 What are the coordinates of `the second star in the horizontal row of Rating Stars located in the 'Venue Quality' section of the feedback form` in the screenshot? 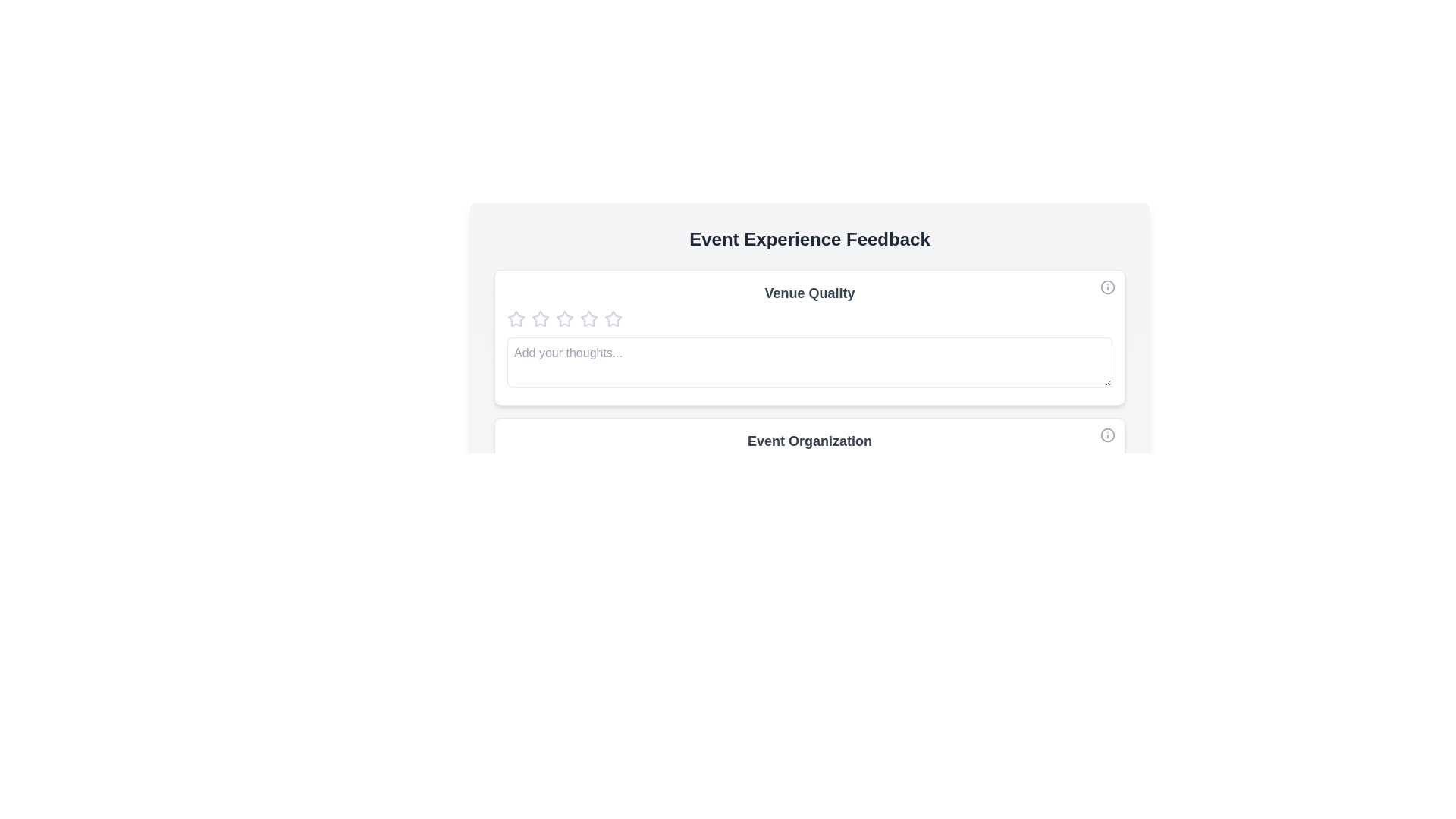 It's located at (539, 318).